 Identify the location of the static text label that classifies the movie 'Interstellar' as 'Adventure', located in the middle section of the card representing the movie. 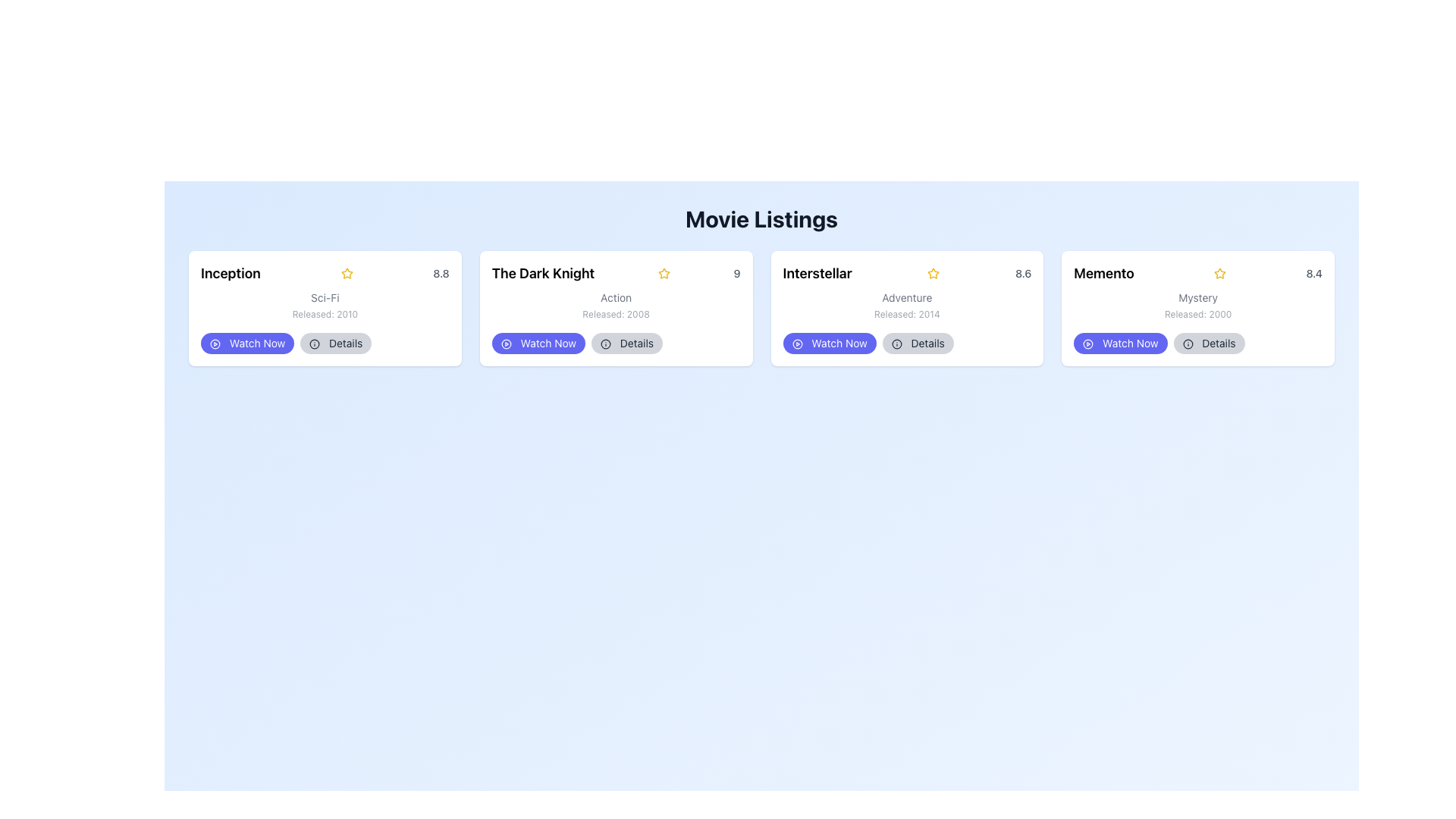
(907, 298).